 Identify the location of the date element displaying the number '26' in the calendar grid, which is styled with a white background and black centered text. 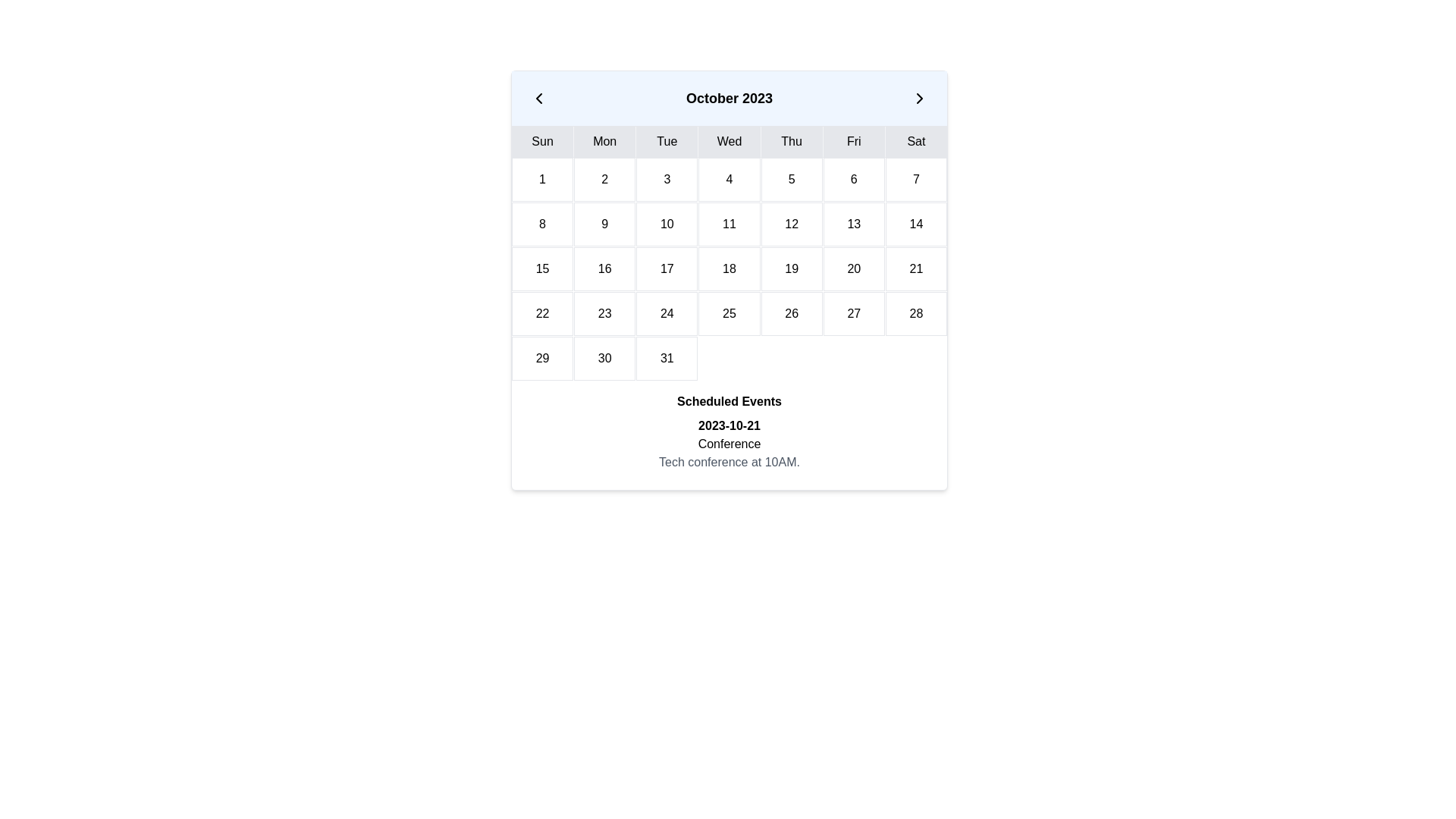
(791, 312).